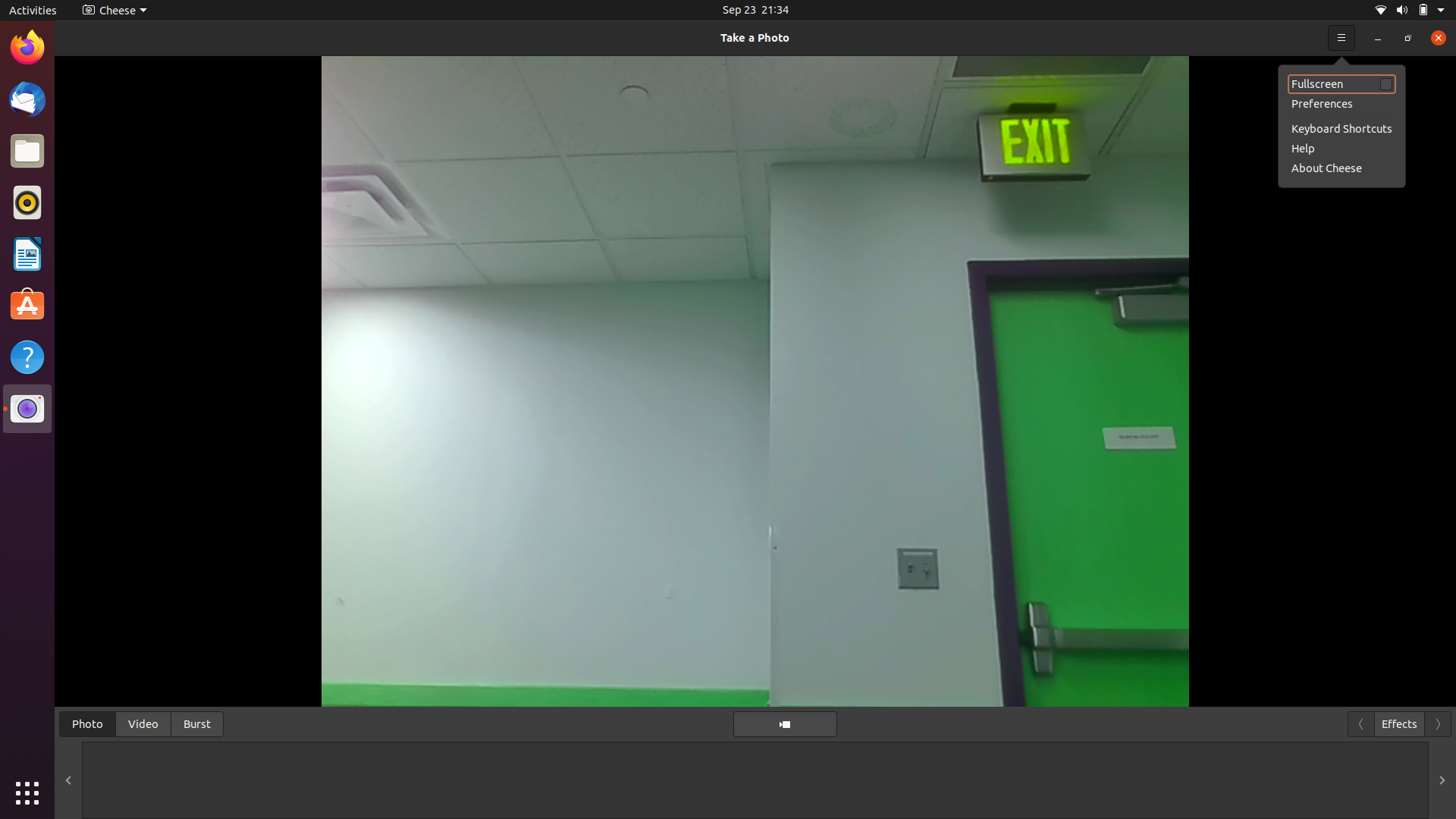  Describe the element at coordinates (1407, 37) in the screenshot. I see `Adjust the display to cover the entire screen` at that location.